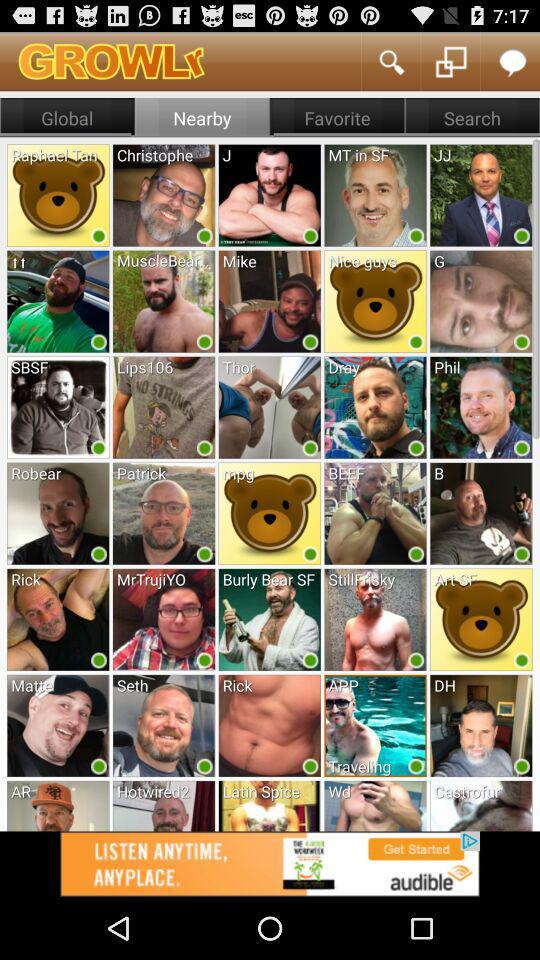 The image size is (540, 960). What do you see at coordinates (480, 194) in the screenshot?
I see `the image which is below search` at bounding box center [480, 194].